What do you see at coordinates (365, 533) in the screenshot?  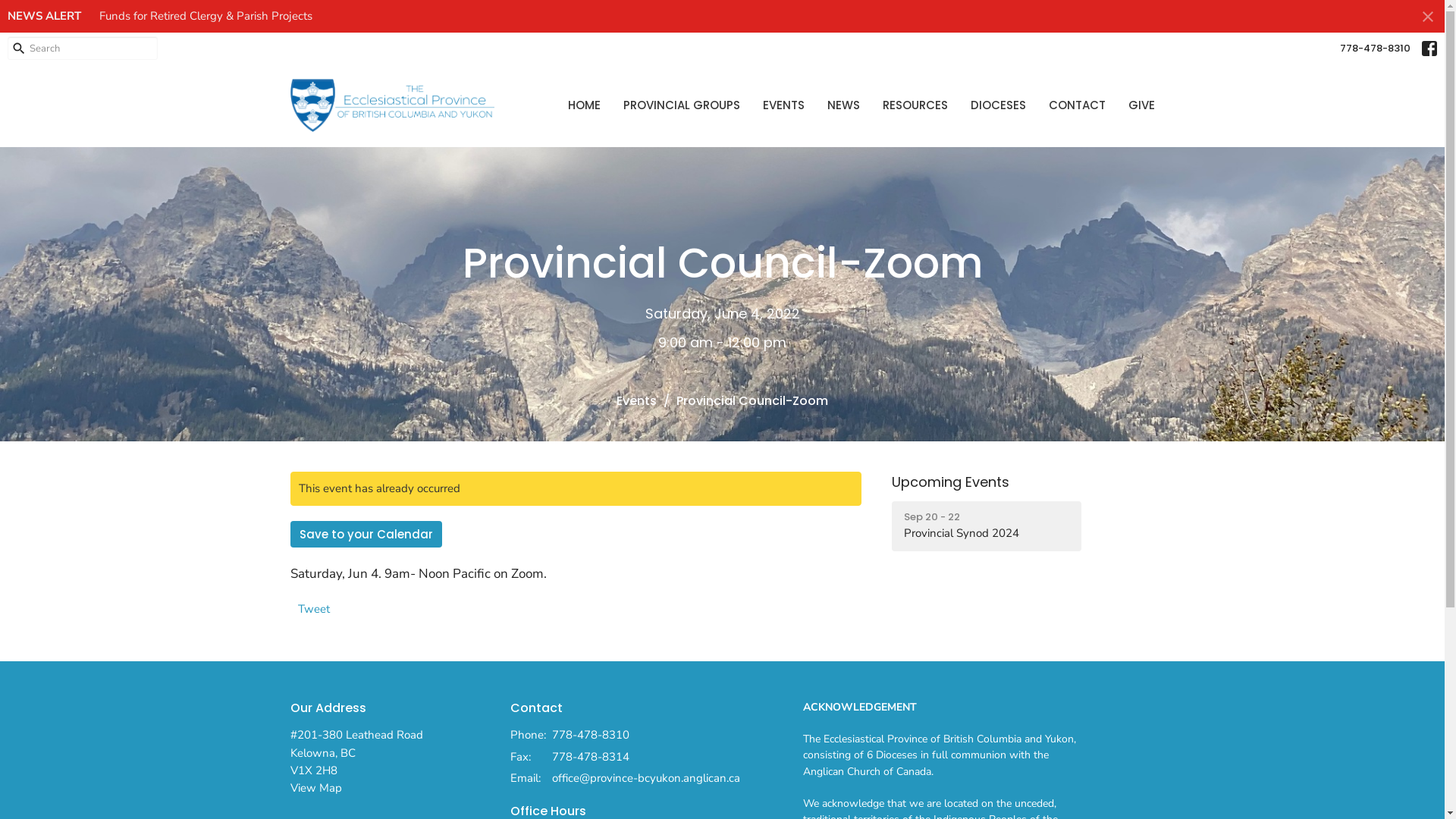 I see `'Save to your Calendar'` at bounding box center [365, 533].